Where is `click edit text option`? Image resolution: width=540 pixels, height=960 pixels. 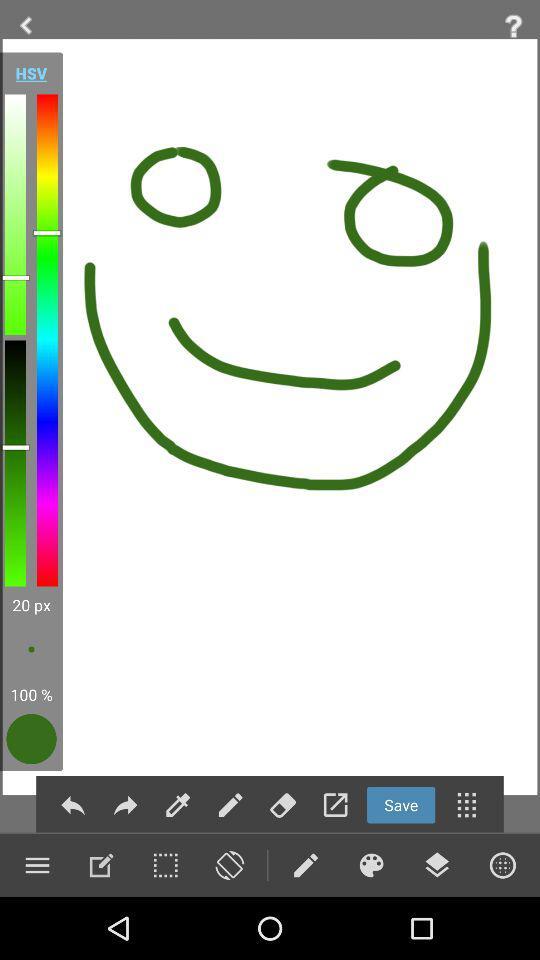 click edit text option is located at coordinates (100, 864).